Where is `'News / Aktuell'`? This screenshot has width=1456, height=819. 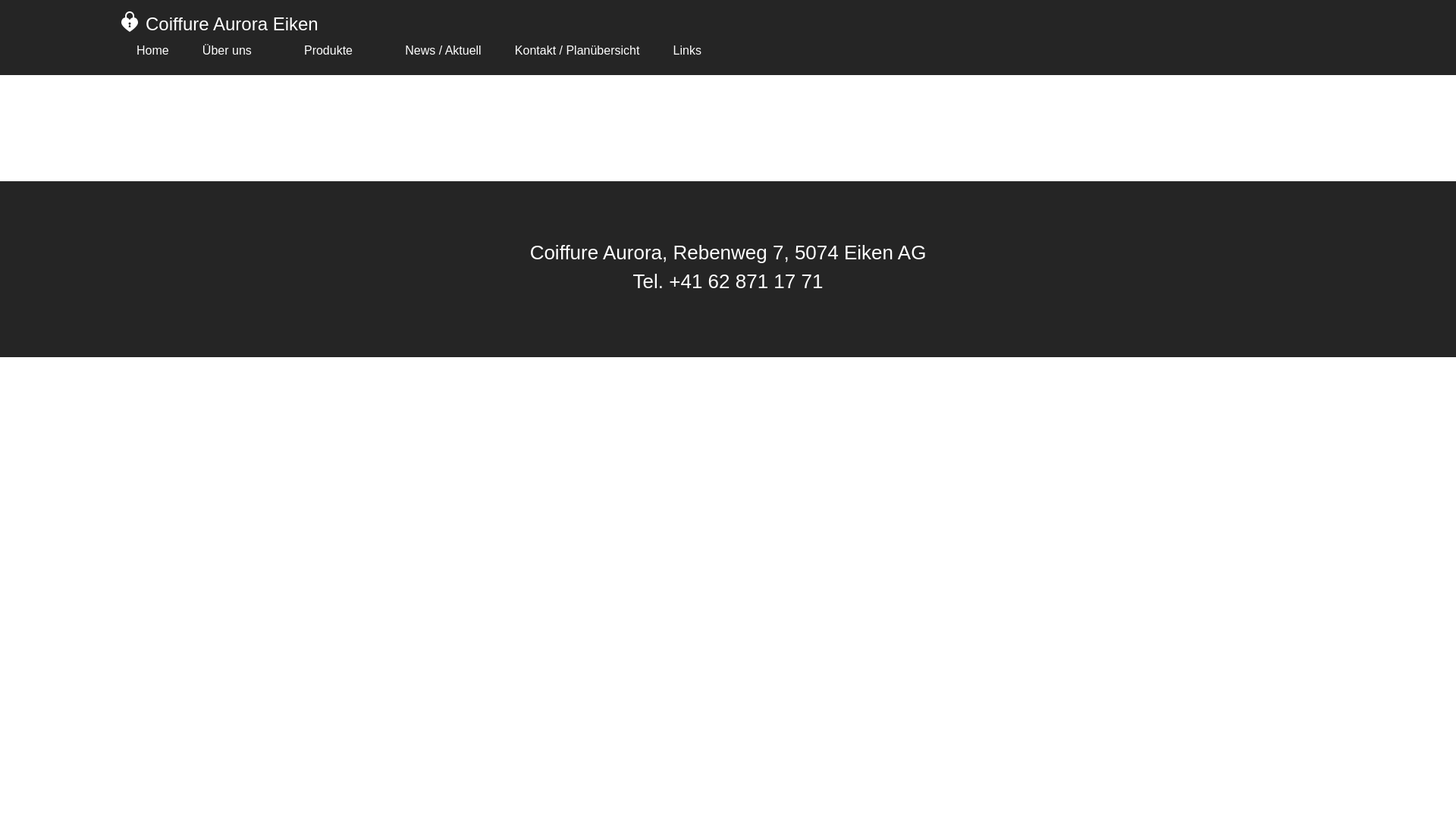
'News / Aktuell' is located at coordinates (389, 49).